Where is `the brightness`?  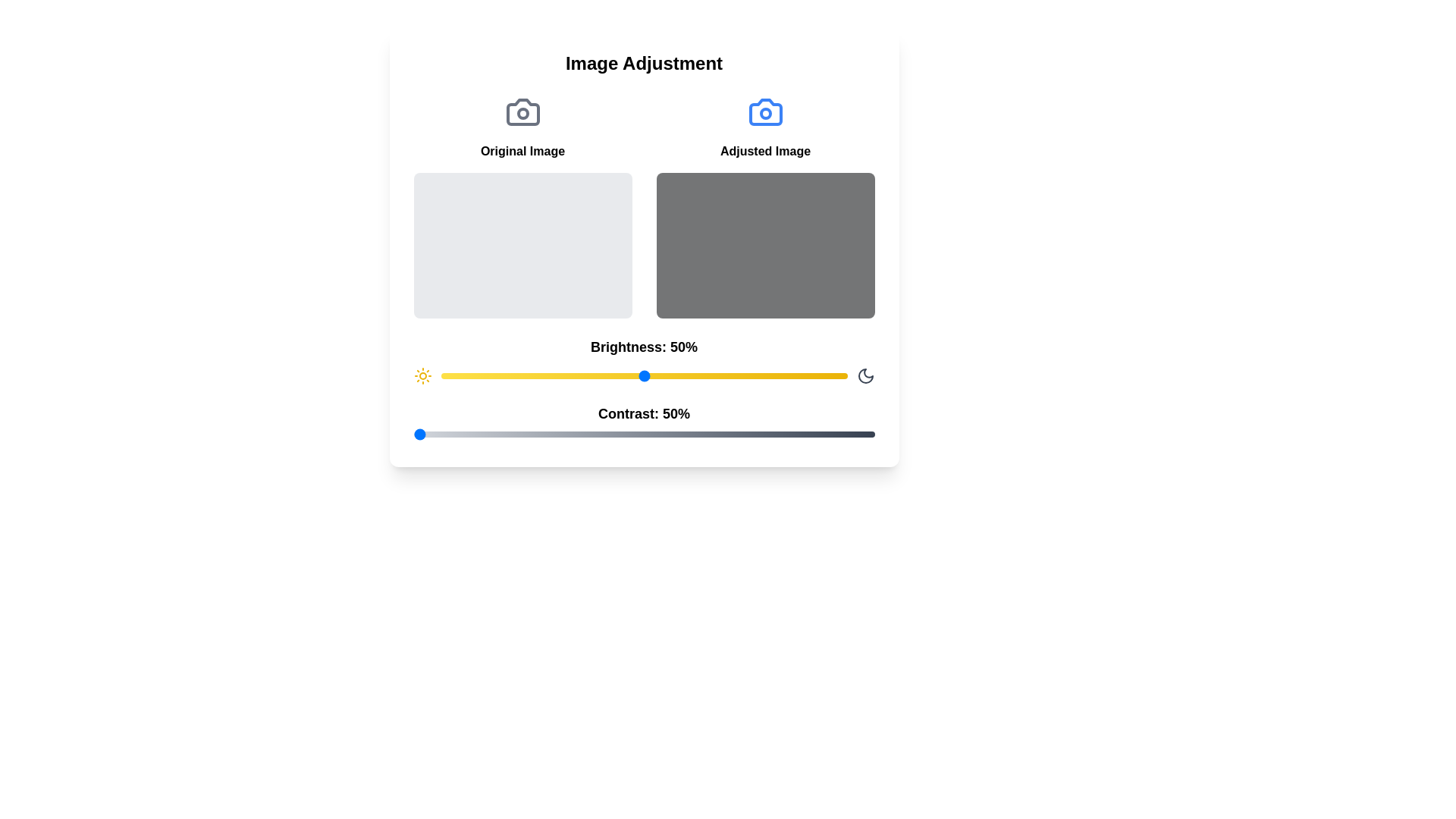
the brightness is located at coordinates (696, 375).